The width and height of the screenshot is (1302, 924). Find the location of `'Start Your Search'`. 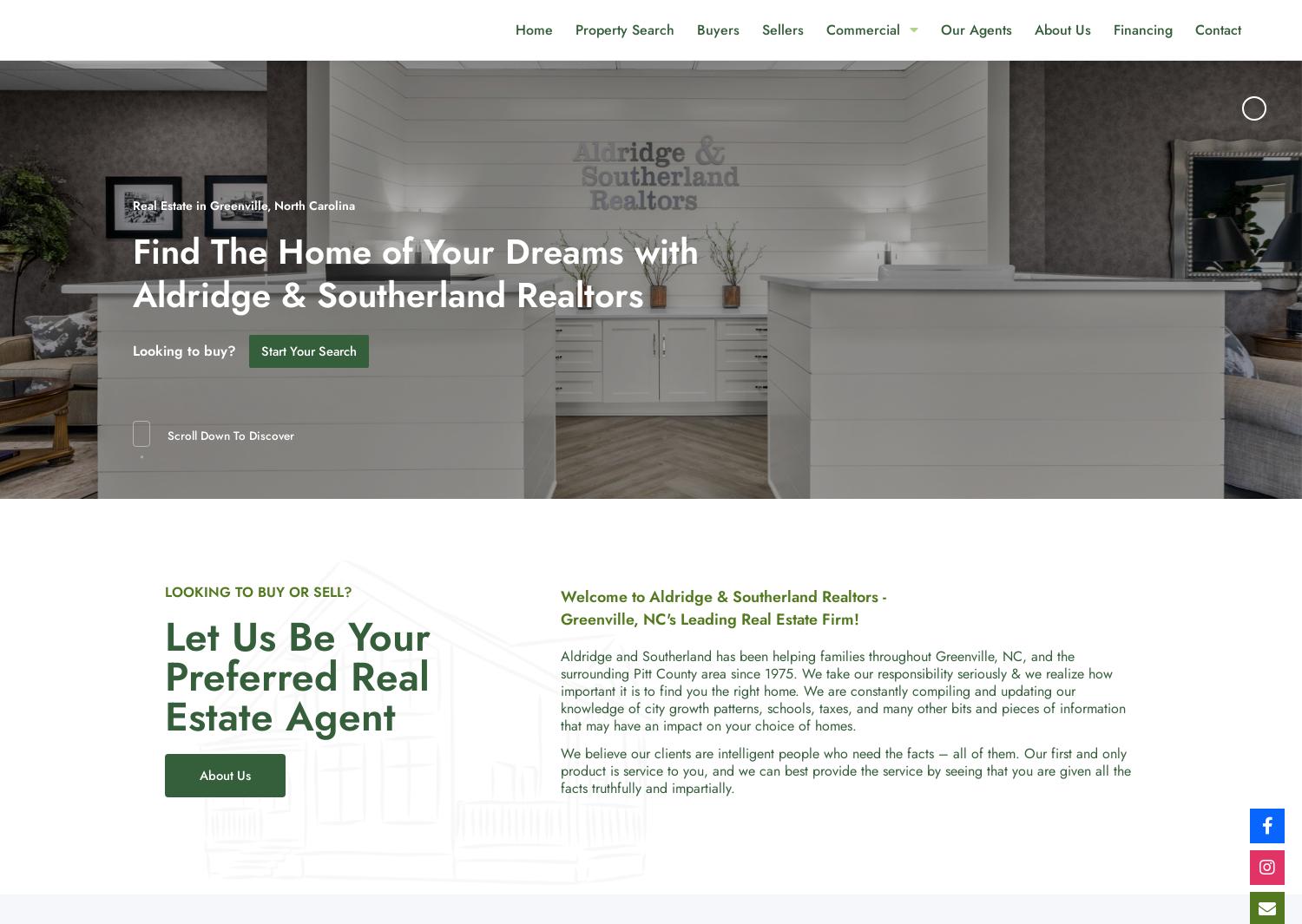

'Start Your Search' is located at coordinates (261, 349).